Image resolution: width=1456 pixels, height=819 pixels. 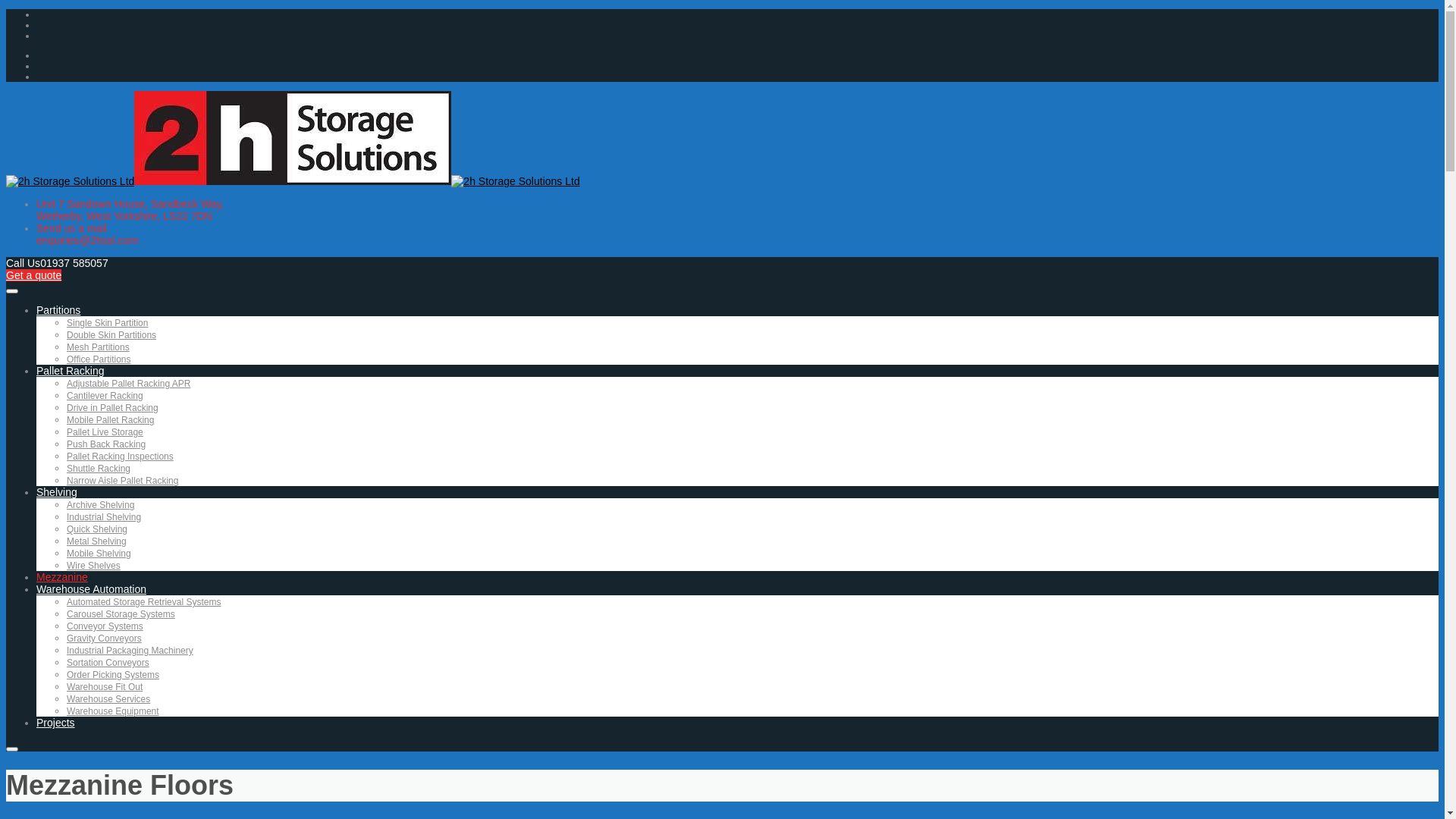 What do you see at coordinates (107, 662) in the screenshot?
I see `'Sortation Conveyors'` at bounding box center [107, 662].